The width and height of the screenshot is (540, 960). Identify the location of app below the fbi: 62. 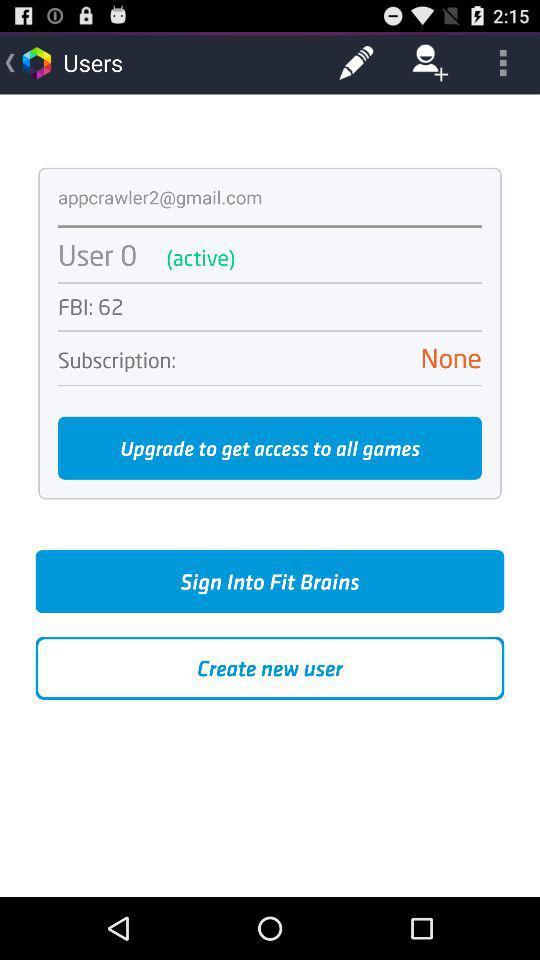
(270, 331).